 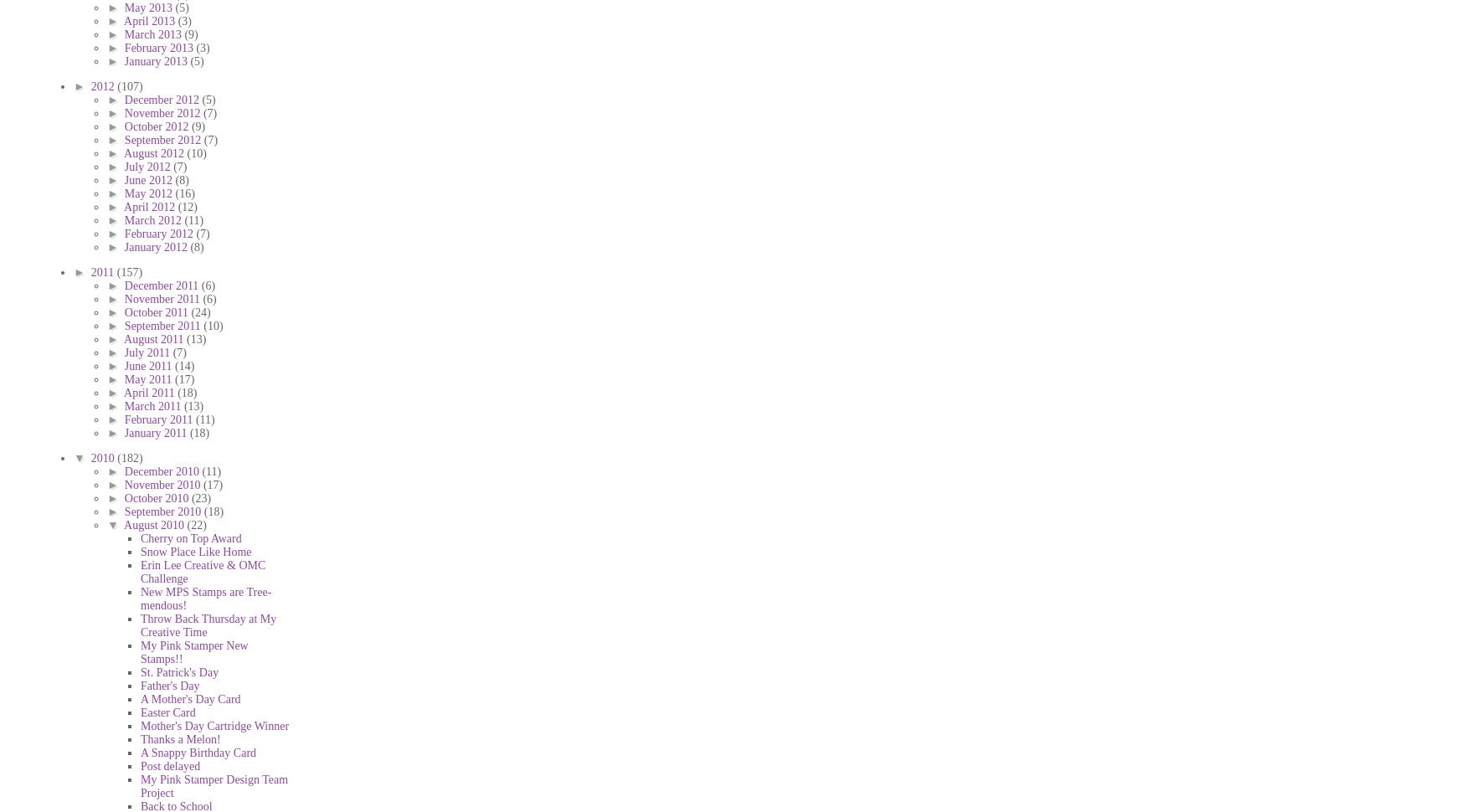 What do you see at coordinates (163, 112) in the screenshot?
I see `'November 2012'` at bounding box center [163, 112].